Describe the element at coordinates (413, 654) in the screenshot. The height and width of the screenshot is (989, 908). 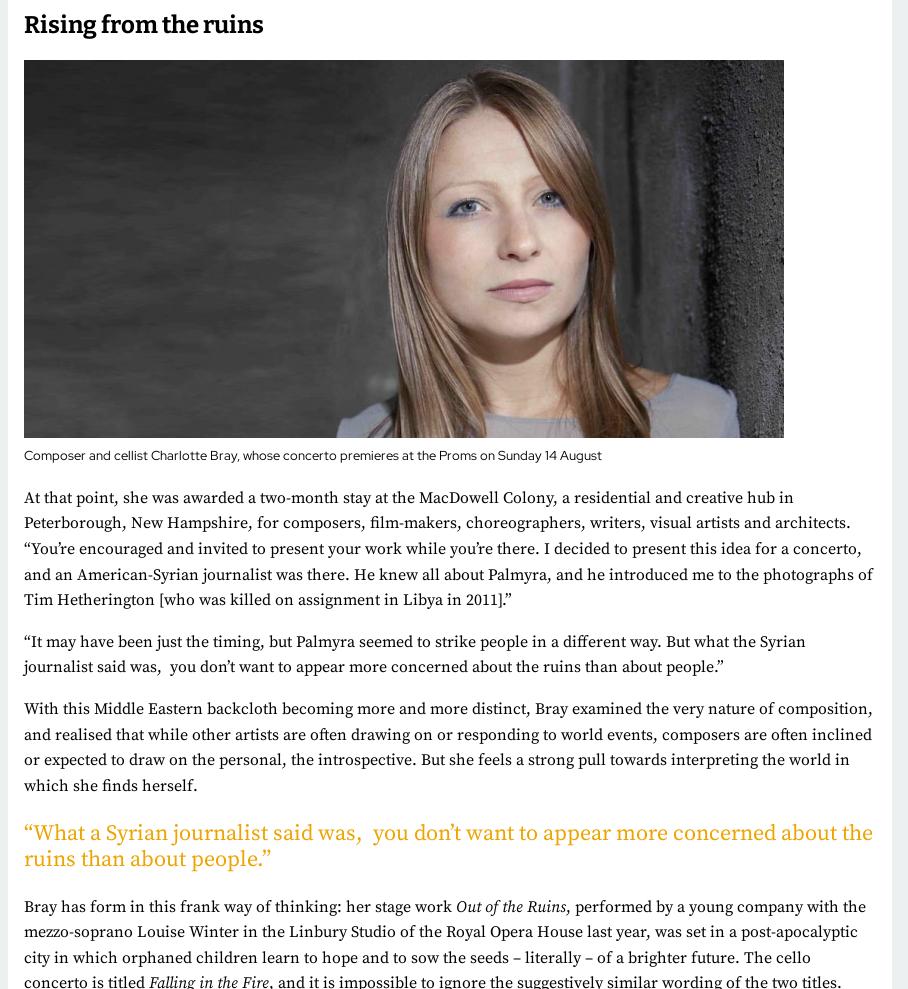
I see `'the timing, but Palmyra seemed to strike people in a different way. But what the Syrian journalist said was,  you don’t want to appear more concerned about the ruins than about people.”'` at that location.